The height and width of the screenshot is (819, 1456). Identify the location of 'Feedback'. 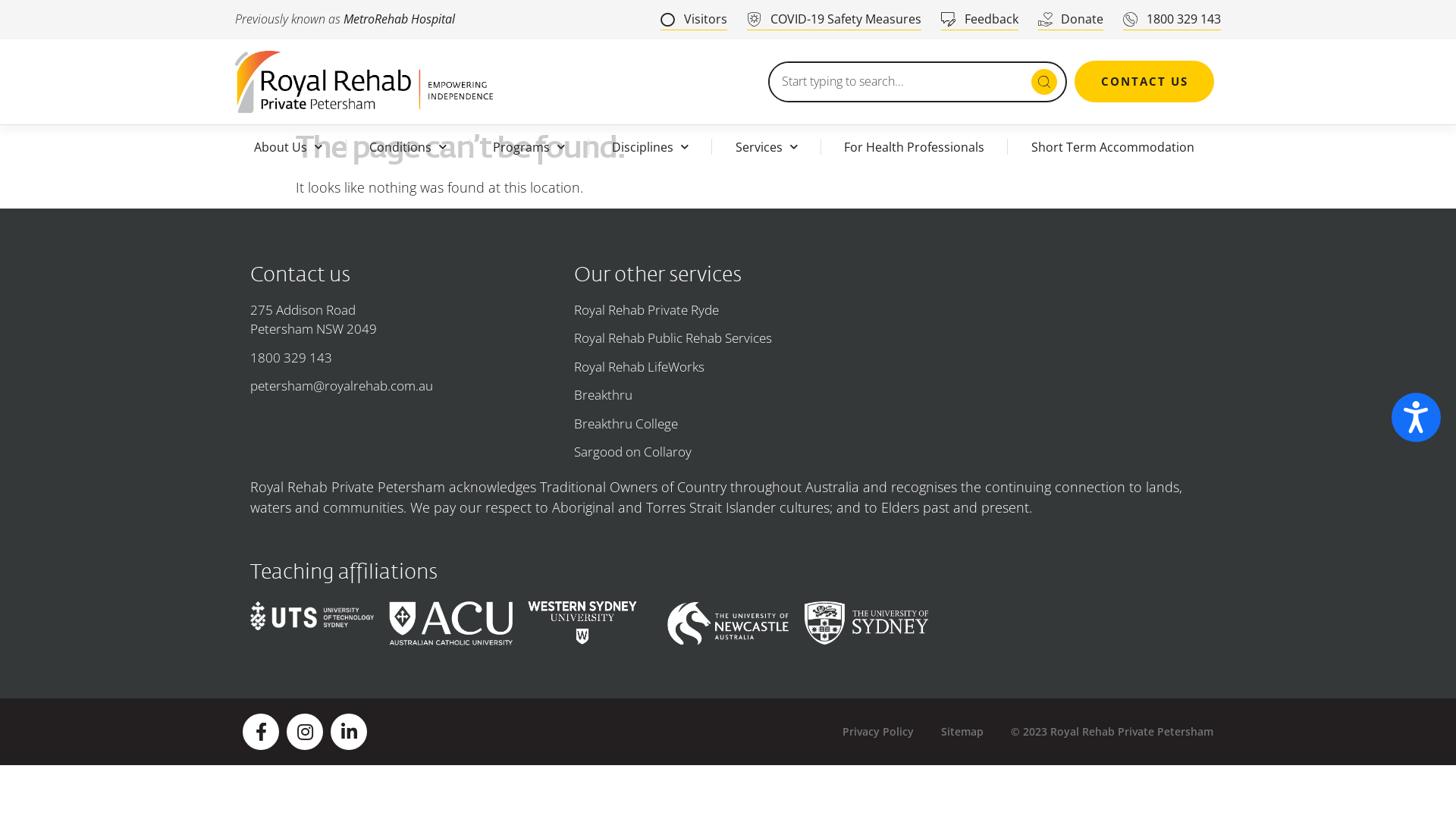
(979, 20).